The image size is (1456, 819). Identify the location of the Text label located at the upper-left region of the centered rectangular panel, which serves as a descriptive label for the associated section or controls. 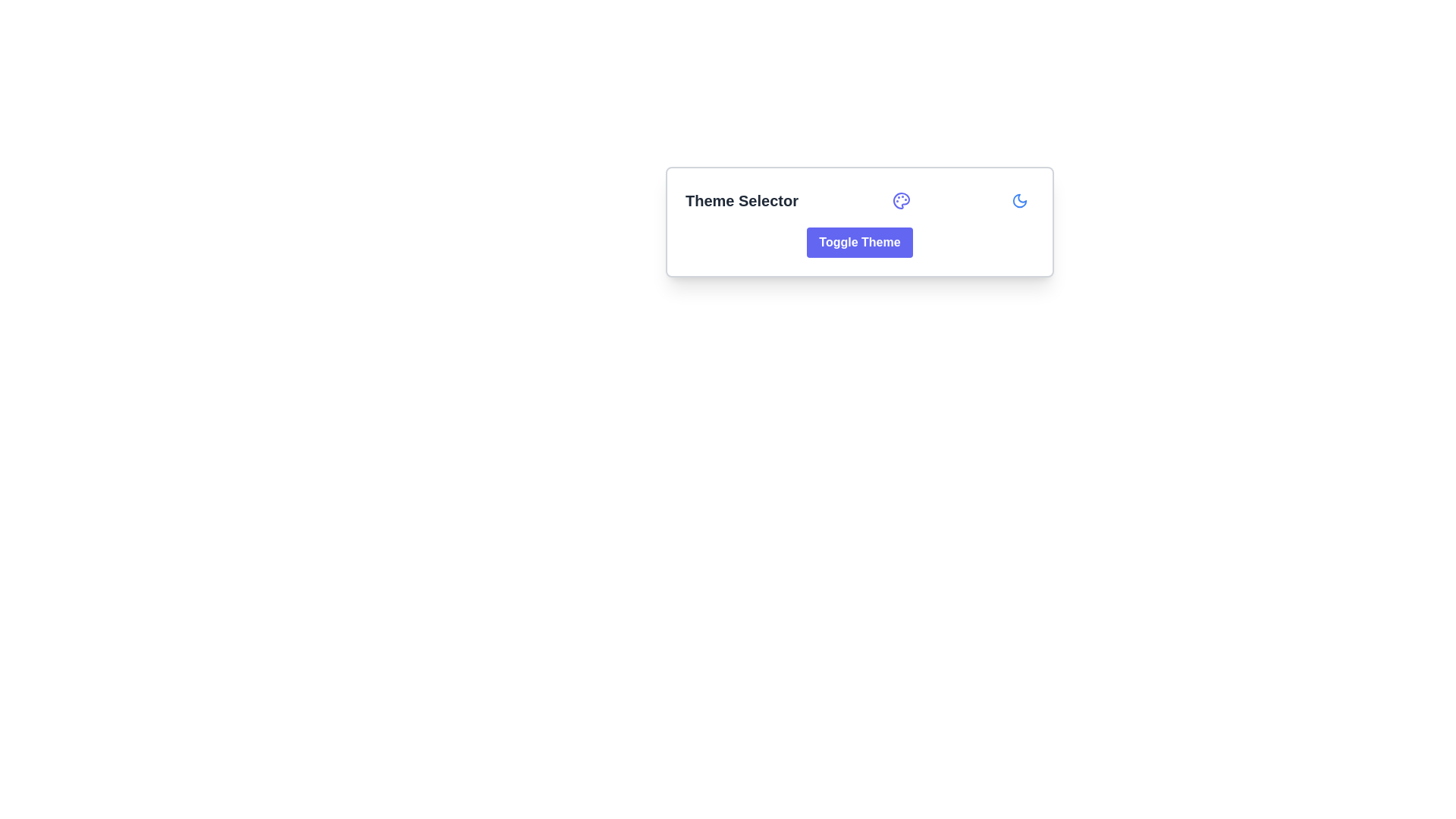
(742, 200).